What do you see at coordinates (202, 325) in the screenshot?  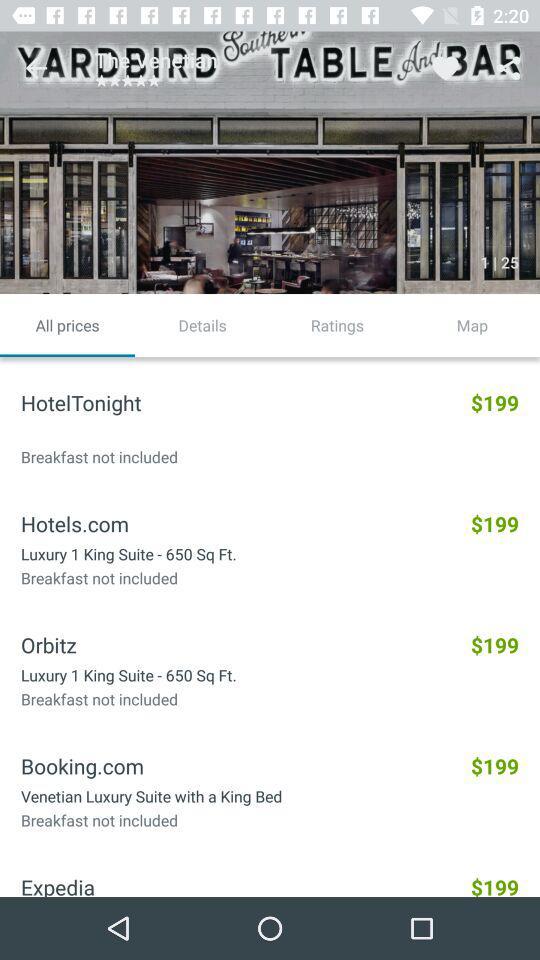 I see `the item next to the ratings` at bounding box center [202, 325].